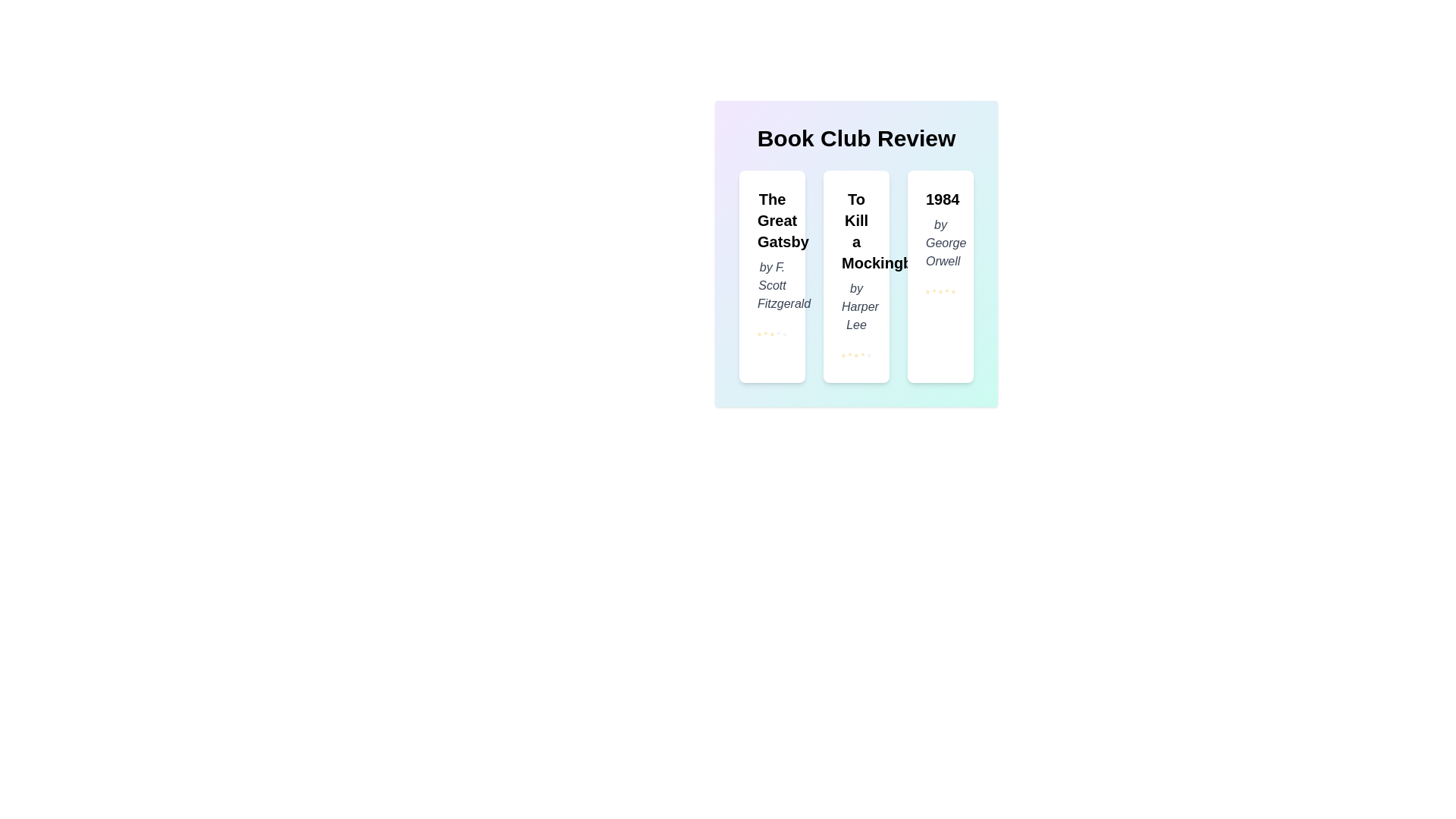 Image resolution: width=1456 pixels, height=819 pixels. I want to click on the book card for 1984 to view its details, so click(940, 277).